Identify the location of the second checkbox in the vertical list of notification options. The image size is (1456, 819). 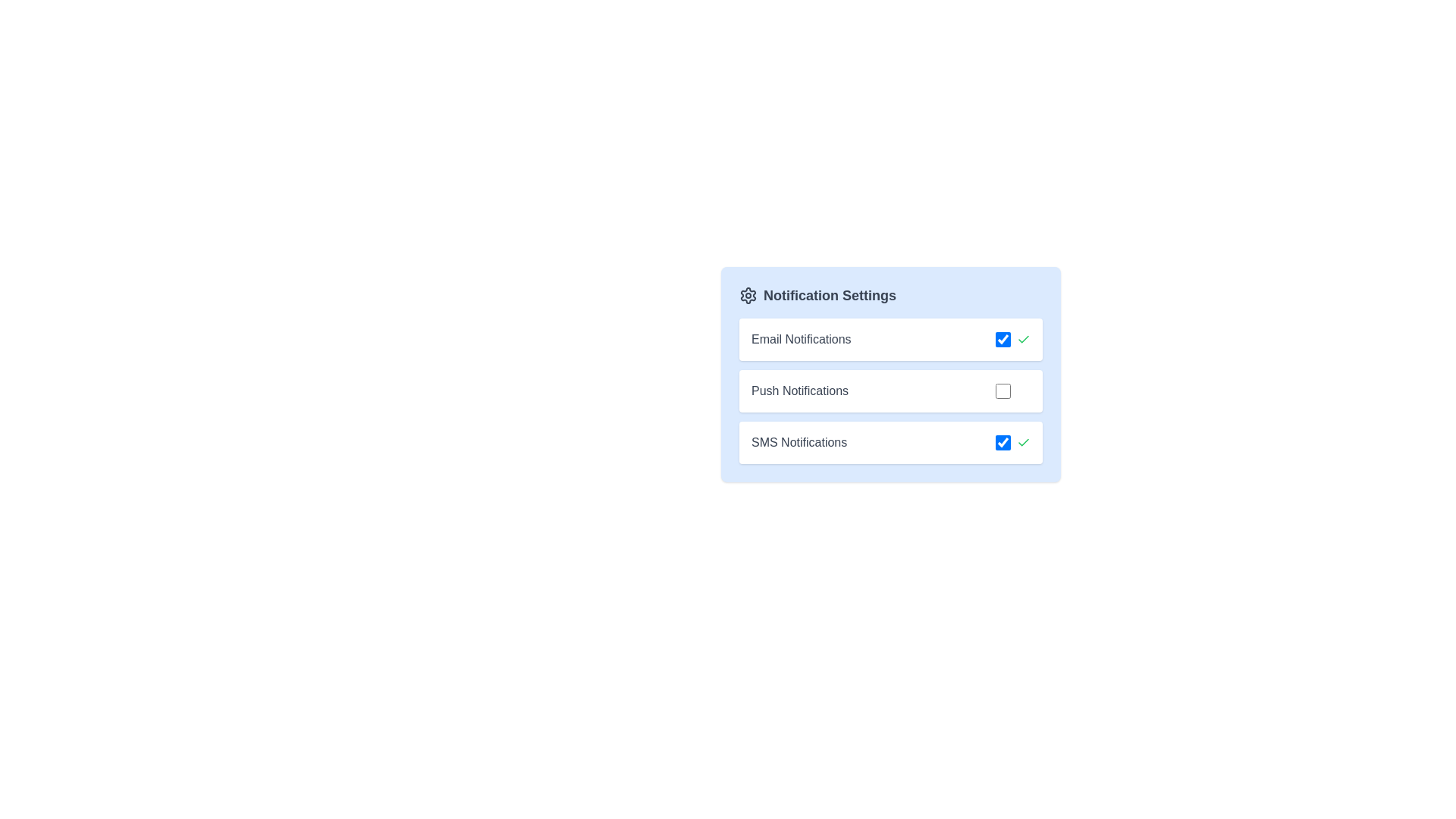
(1003, 391).